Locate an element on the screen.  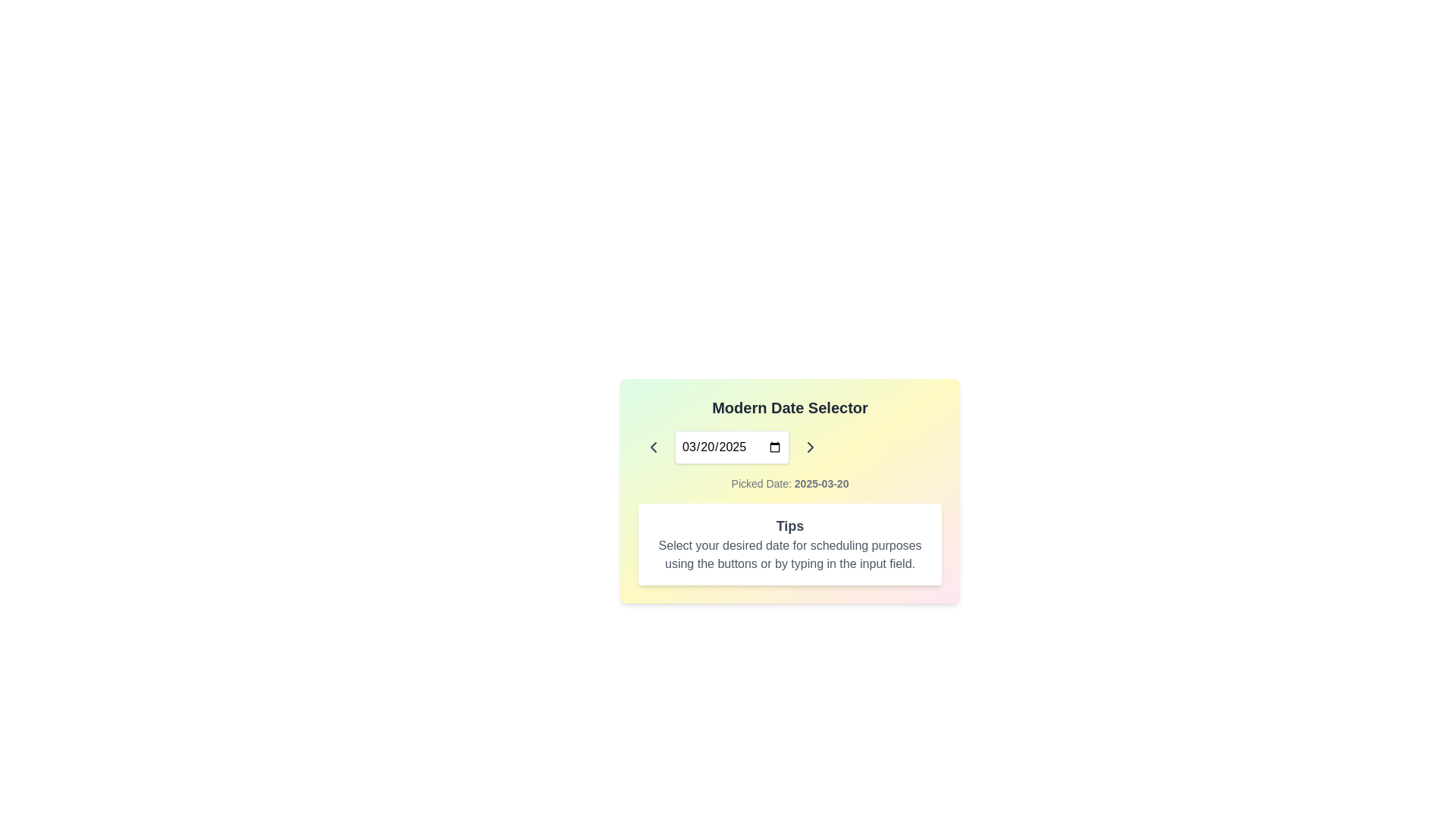
the right-pointing chevron button with a gray outline and rounded edges is located at coordinates (810, 447).